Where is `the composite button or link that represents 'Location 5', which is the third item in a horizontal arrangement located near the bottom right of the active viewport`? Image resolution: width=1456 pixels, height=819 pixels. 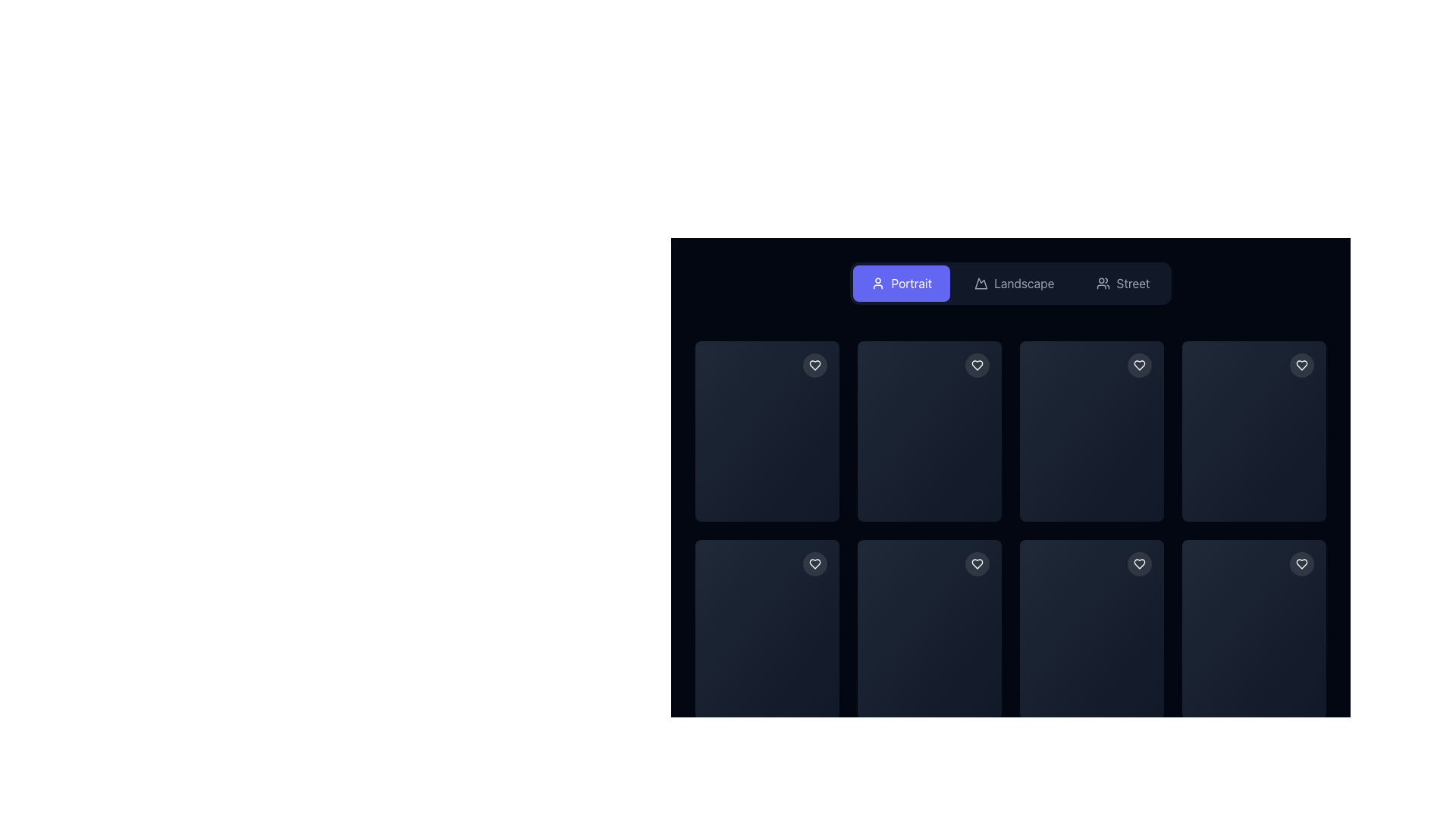
the composite button or link that represents 'Location 5', which is the third item in a horizontal arrangement located near the bottom right of the active viewport is located at coordinates (813, 698).